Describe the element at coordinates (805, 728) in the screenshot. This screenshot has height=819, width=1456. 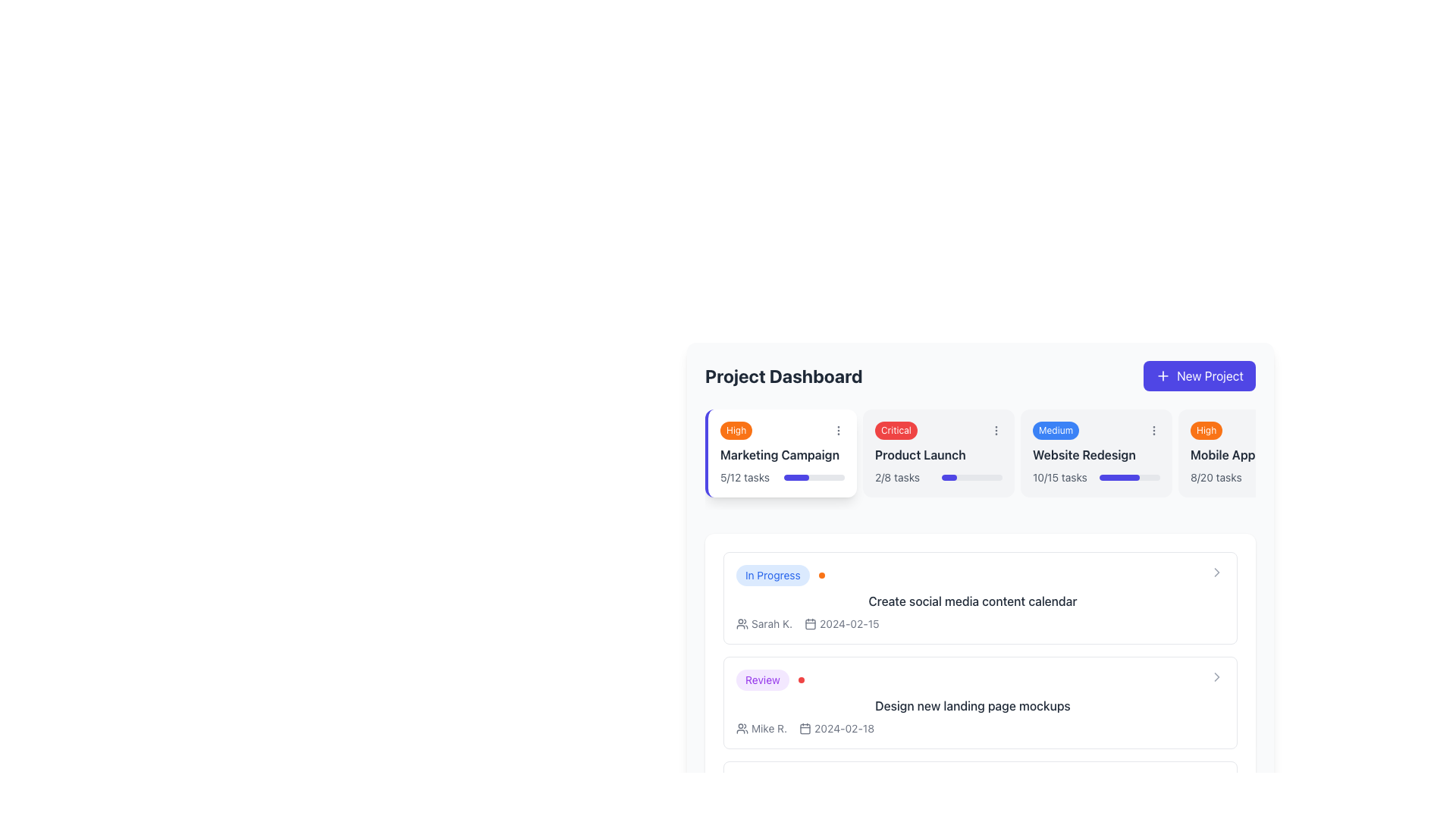
I see `the main rectangular area of the calendar icon that represents date or schedule information, positioned next to the date text under a user name` at that location.